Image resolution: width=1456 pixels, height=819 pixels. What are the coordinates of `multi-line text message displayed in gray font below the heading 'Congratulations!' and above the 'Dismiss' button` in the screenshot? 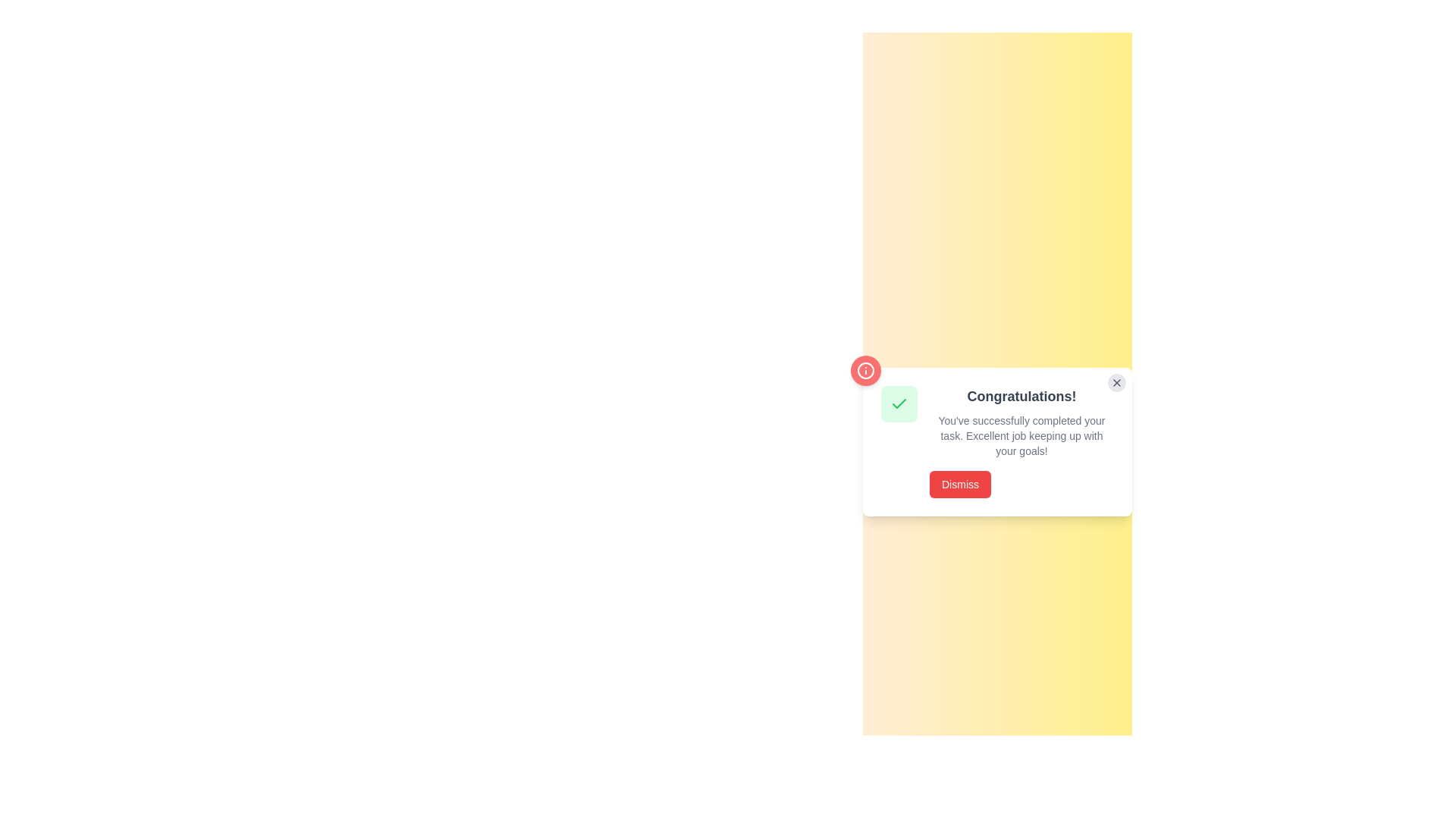 It's located at (1021, 435).